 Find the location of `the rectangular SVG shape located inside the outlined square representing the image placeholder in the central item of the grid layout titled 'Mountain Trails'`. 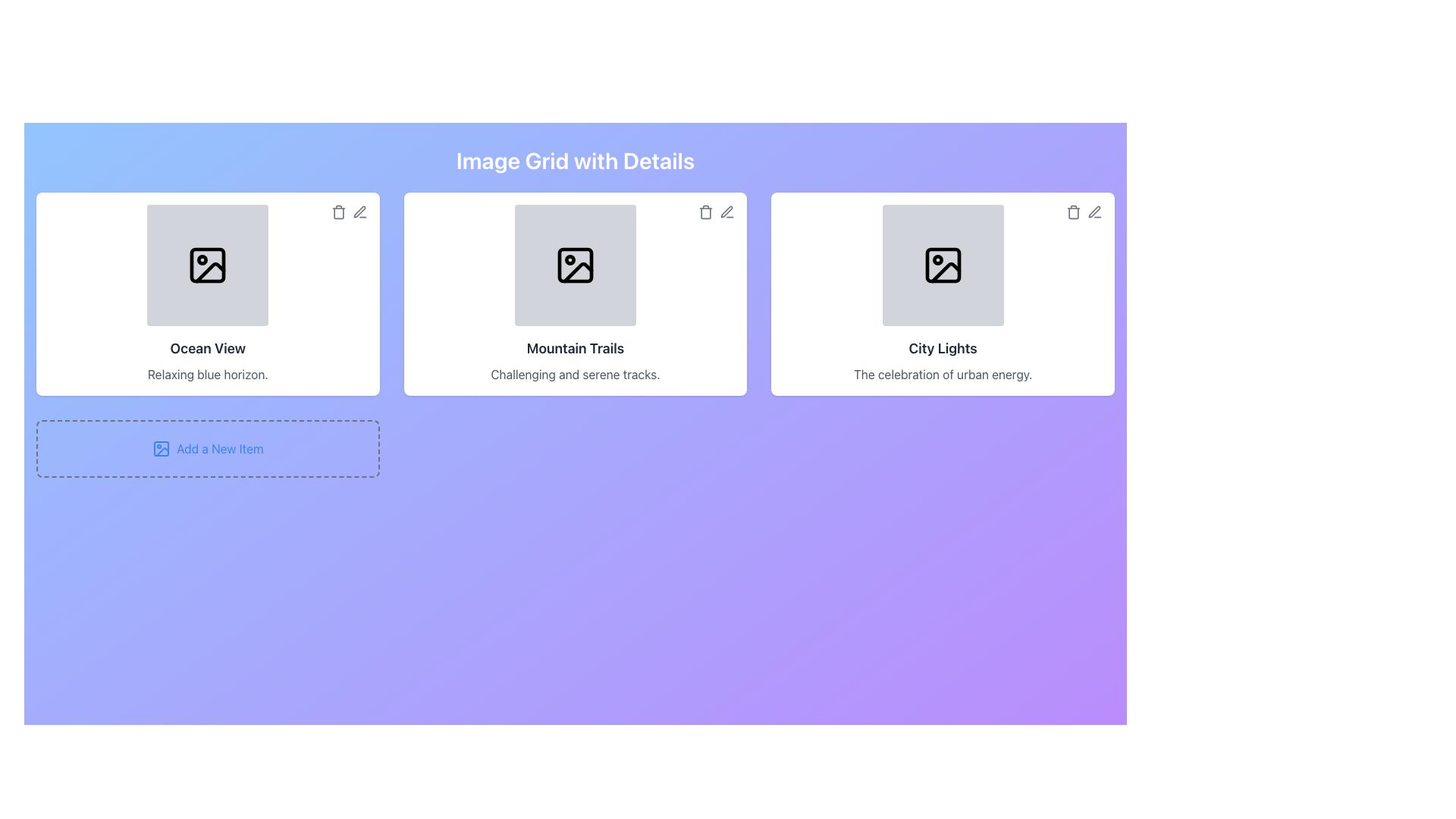

the rectangular SVG shape located inside the outlined square representing the image placeholder in the central item of the grid layout titled 'Mountain Trails' is located at coordinates (574, 265).